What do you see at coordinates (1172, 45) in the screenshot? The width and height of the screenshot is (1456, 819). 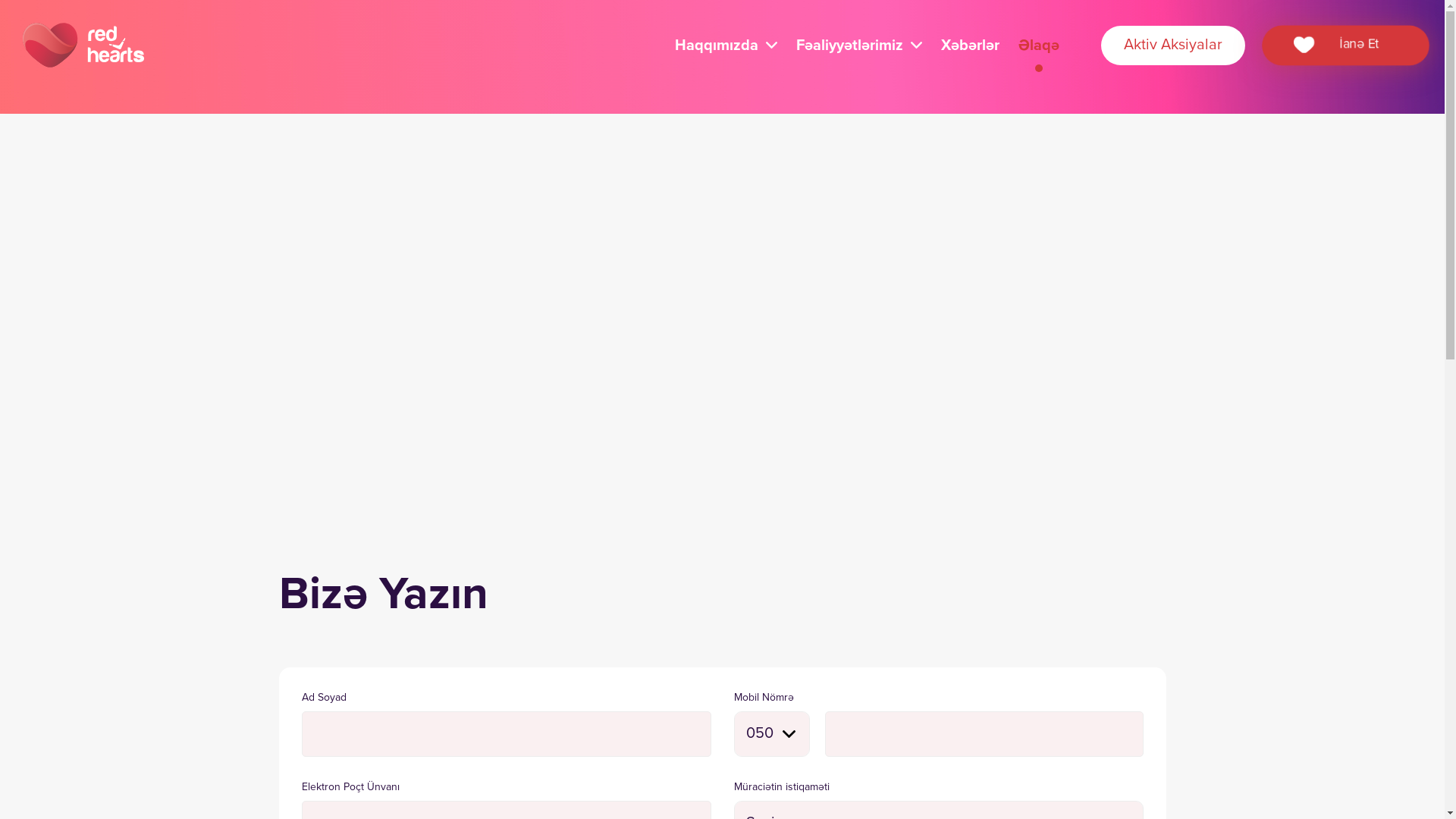 I see `'Aktiv Aksiyalar'` at bounding box center [1172, 45].